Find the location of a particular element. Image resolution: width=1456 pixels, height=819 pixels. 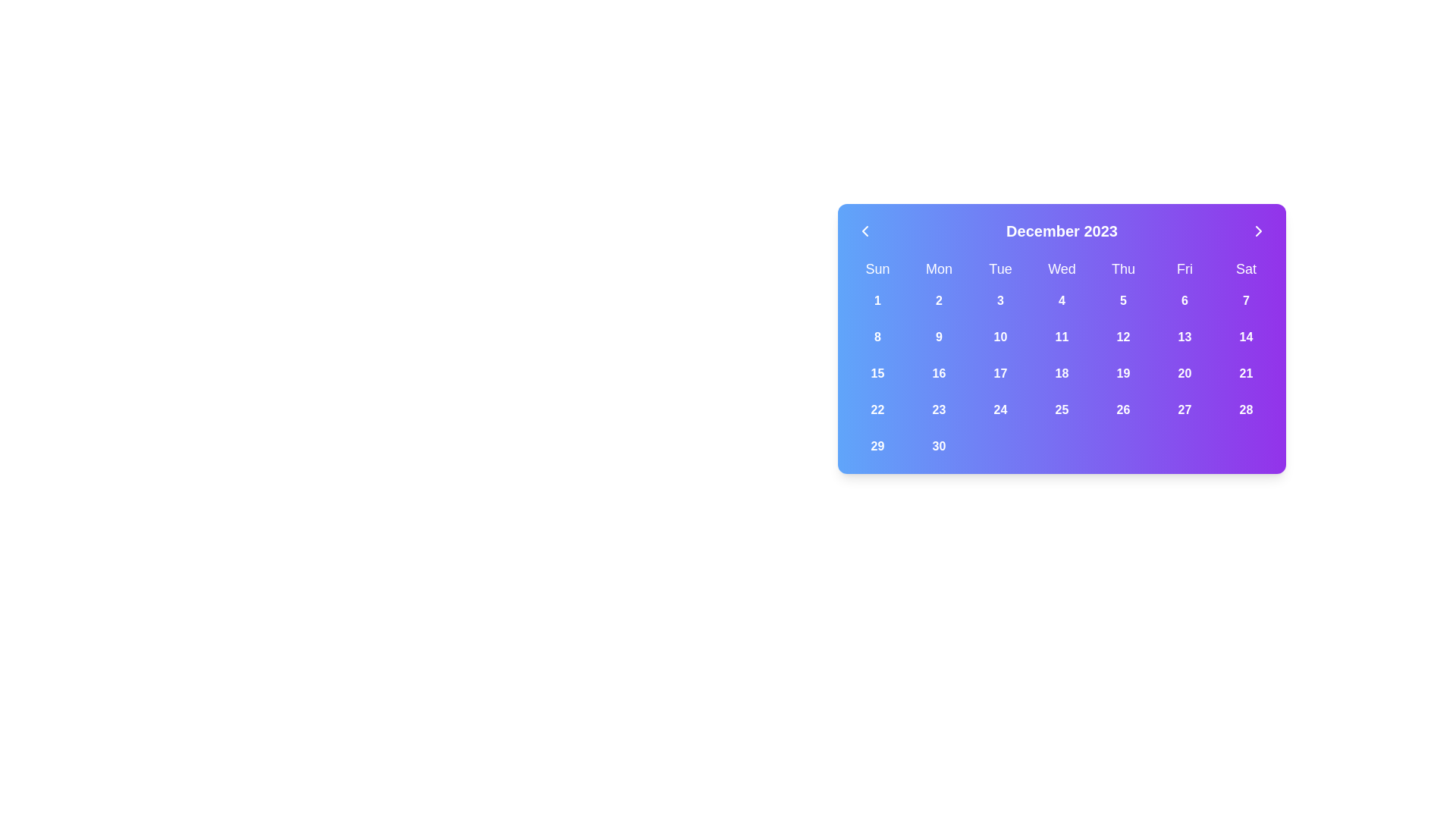

the button for selecting the date '5' in the calendar interface located beneath 'Thu' is located at coordinates (1123, 301).